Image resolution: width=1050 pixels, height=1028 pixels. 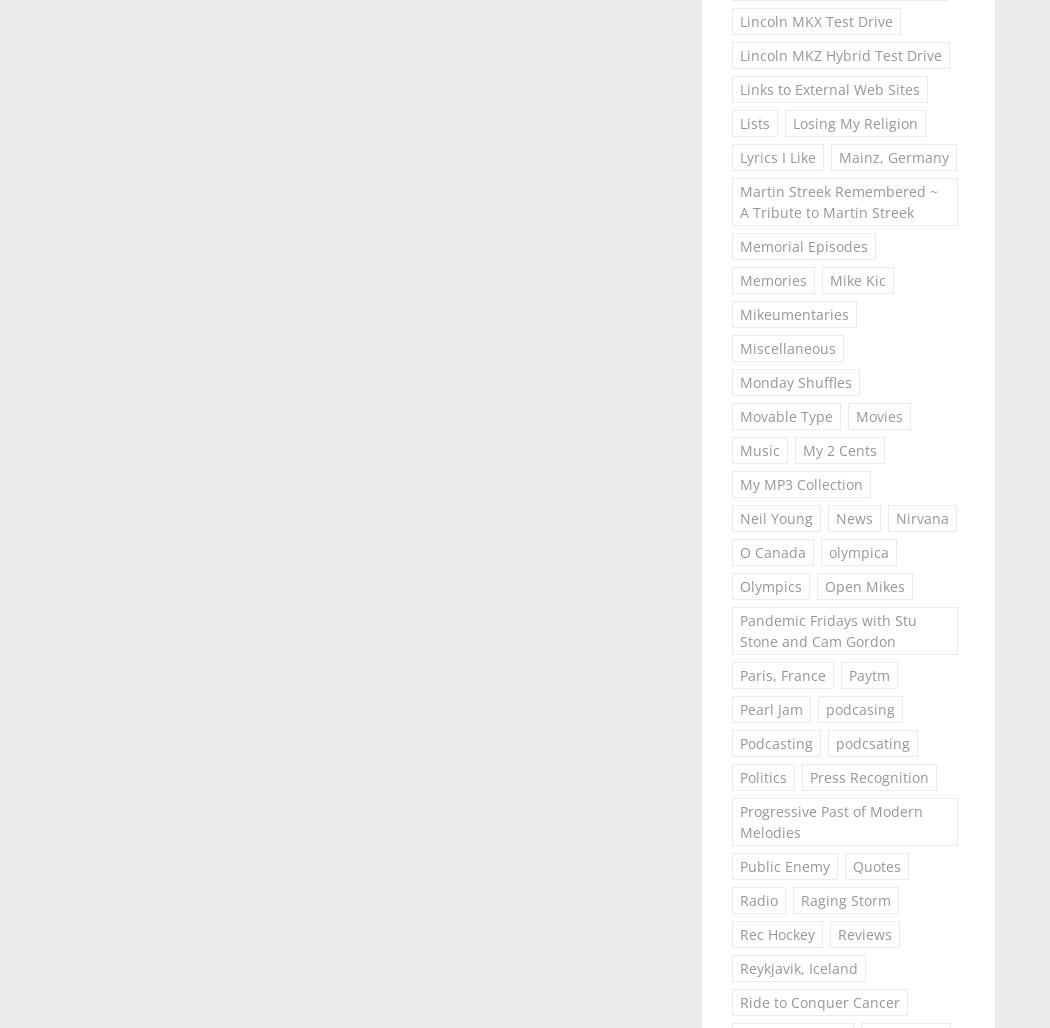 What do you see at coordinates (838, 450) in the screenshot?
I see `'My 2 Cents'` at bounding box center [838, 450].